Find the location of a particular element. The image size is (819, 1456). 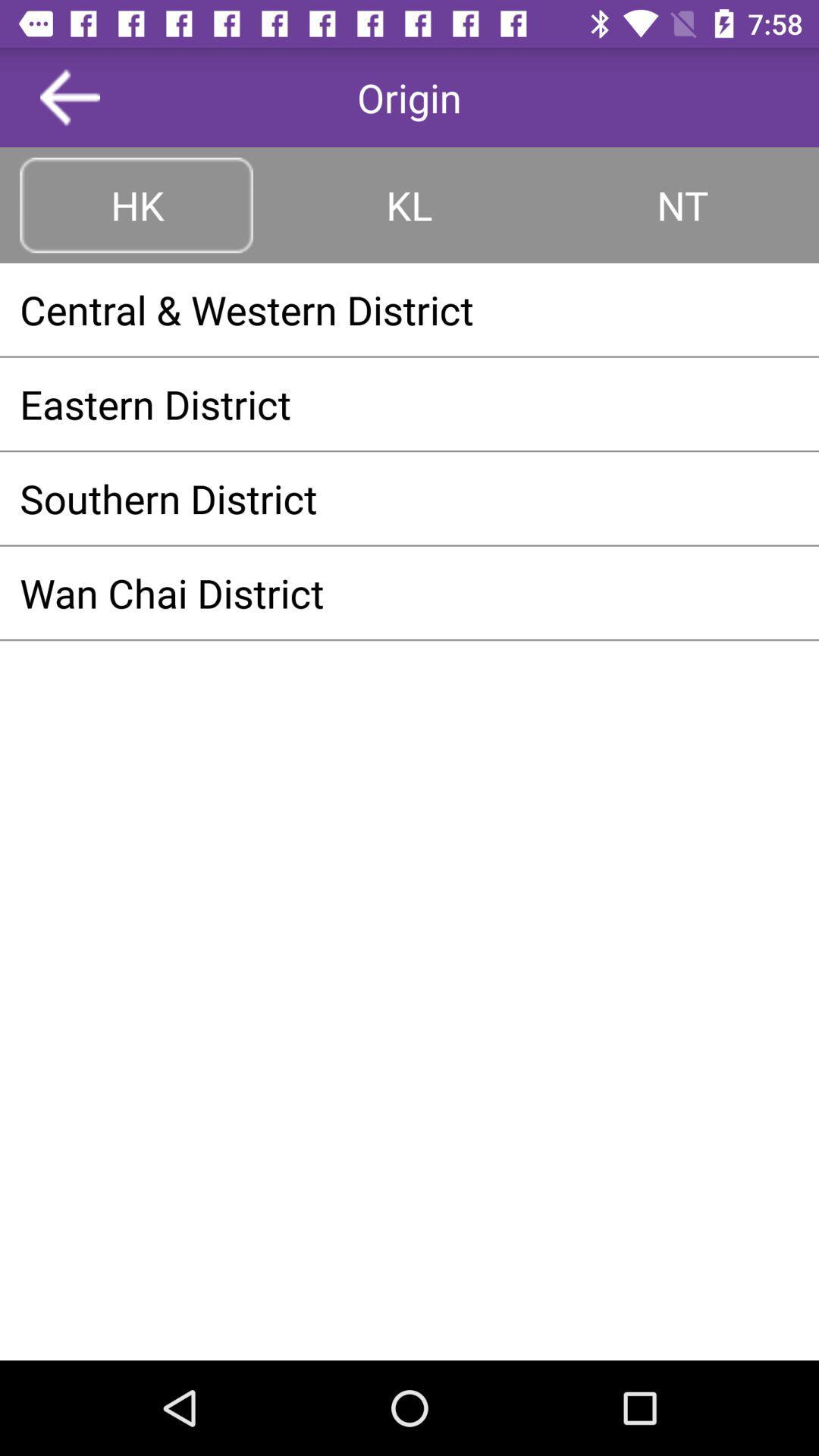

the icon to the left of the origin app is located at coordinates (70, 96).